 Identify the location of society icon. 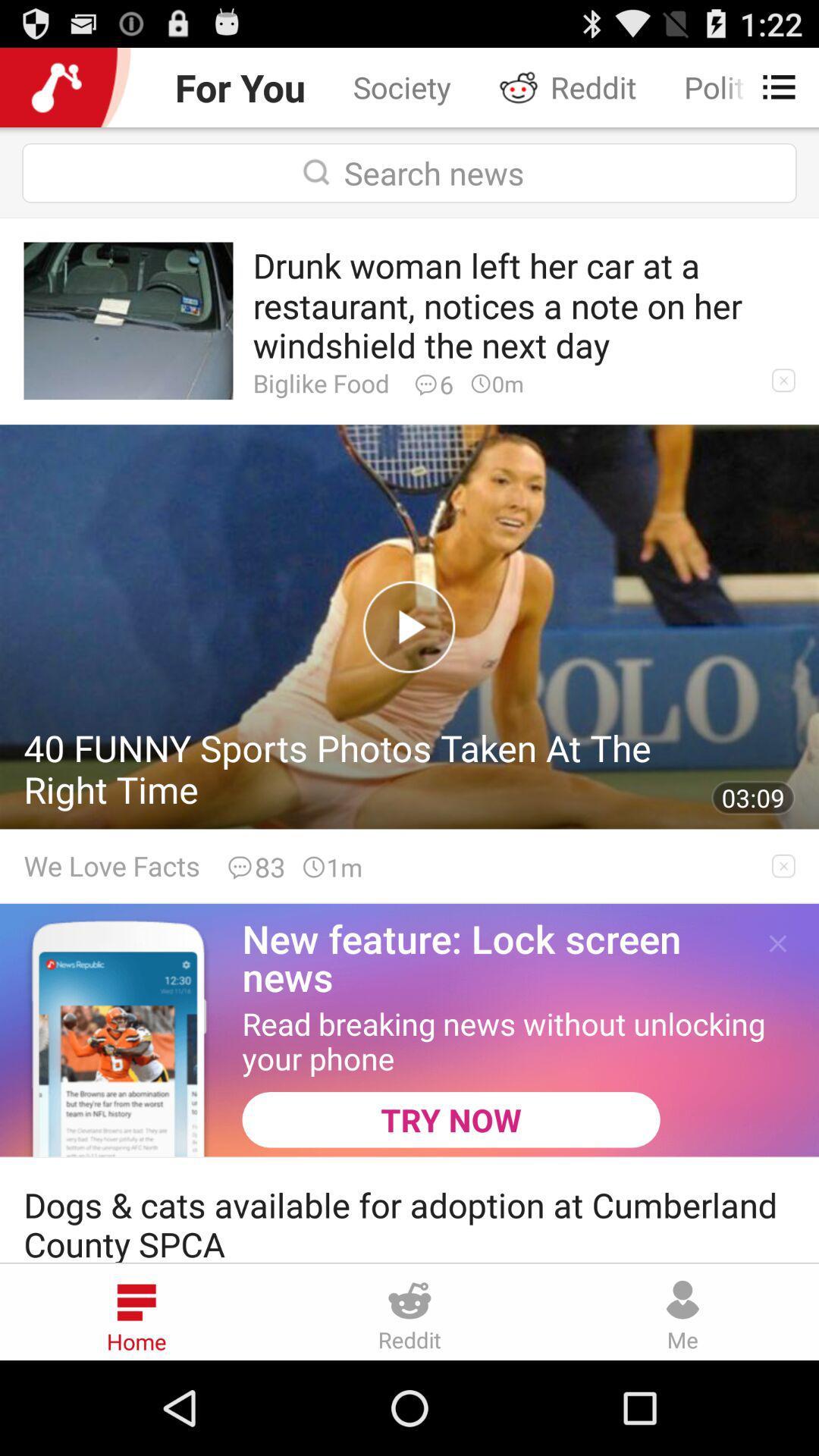
(401, 86).